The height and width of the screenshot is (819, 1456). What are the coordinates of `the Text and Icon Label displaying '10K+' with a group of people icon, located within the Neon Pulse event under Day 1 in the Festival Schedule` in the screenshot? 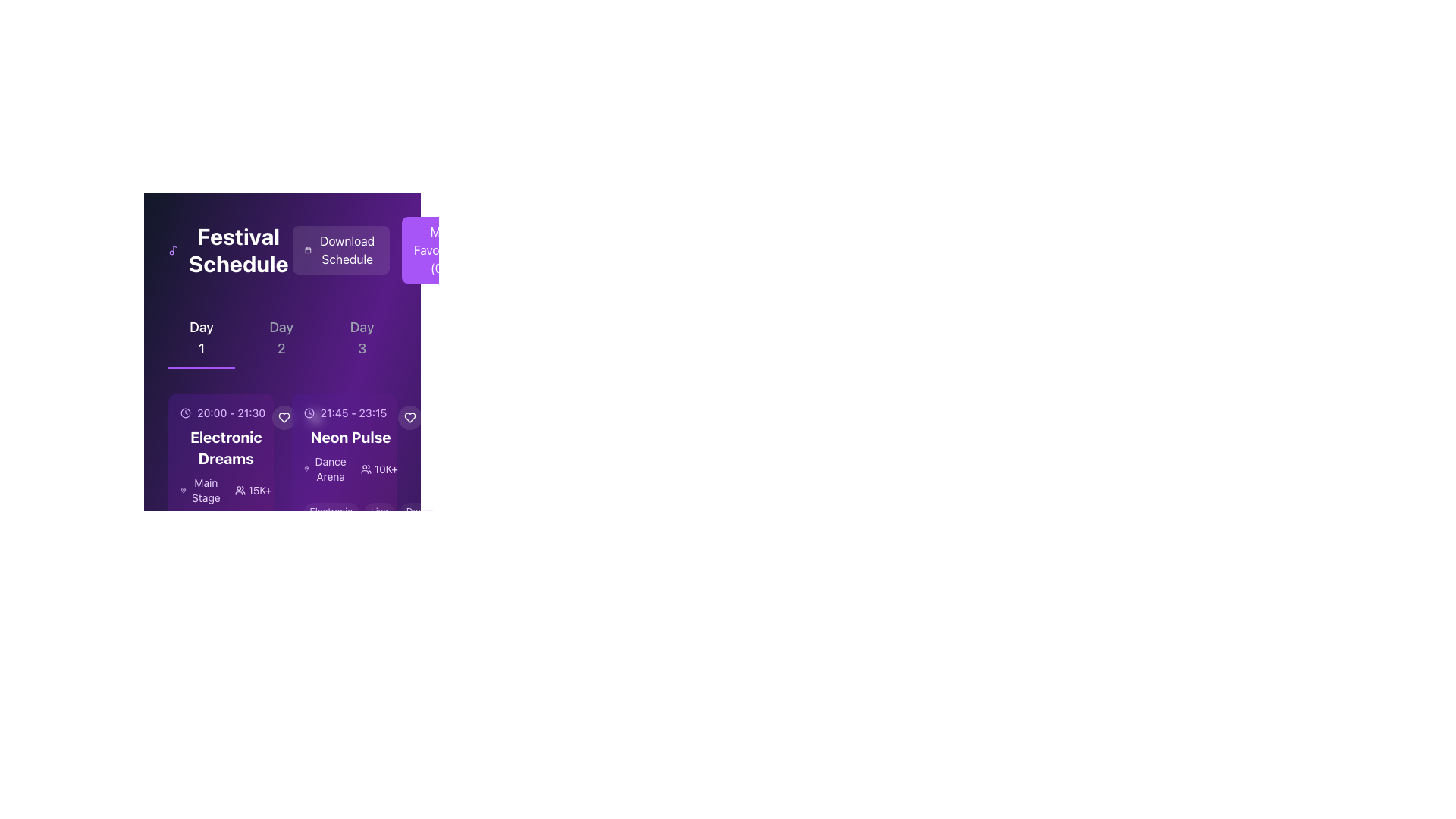 It's located at (379, 468).